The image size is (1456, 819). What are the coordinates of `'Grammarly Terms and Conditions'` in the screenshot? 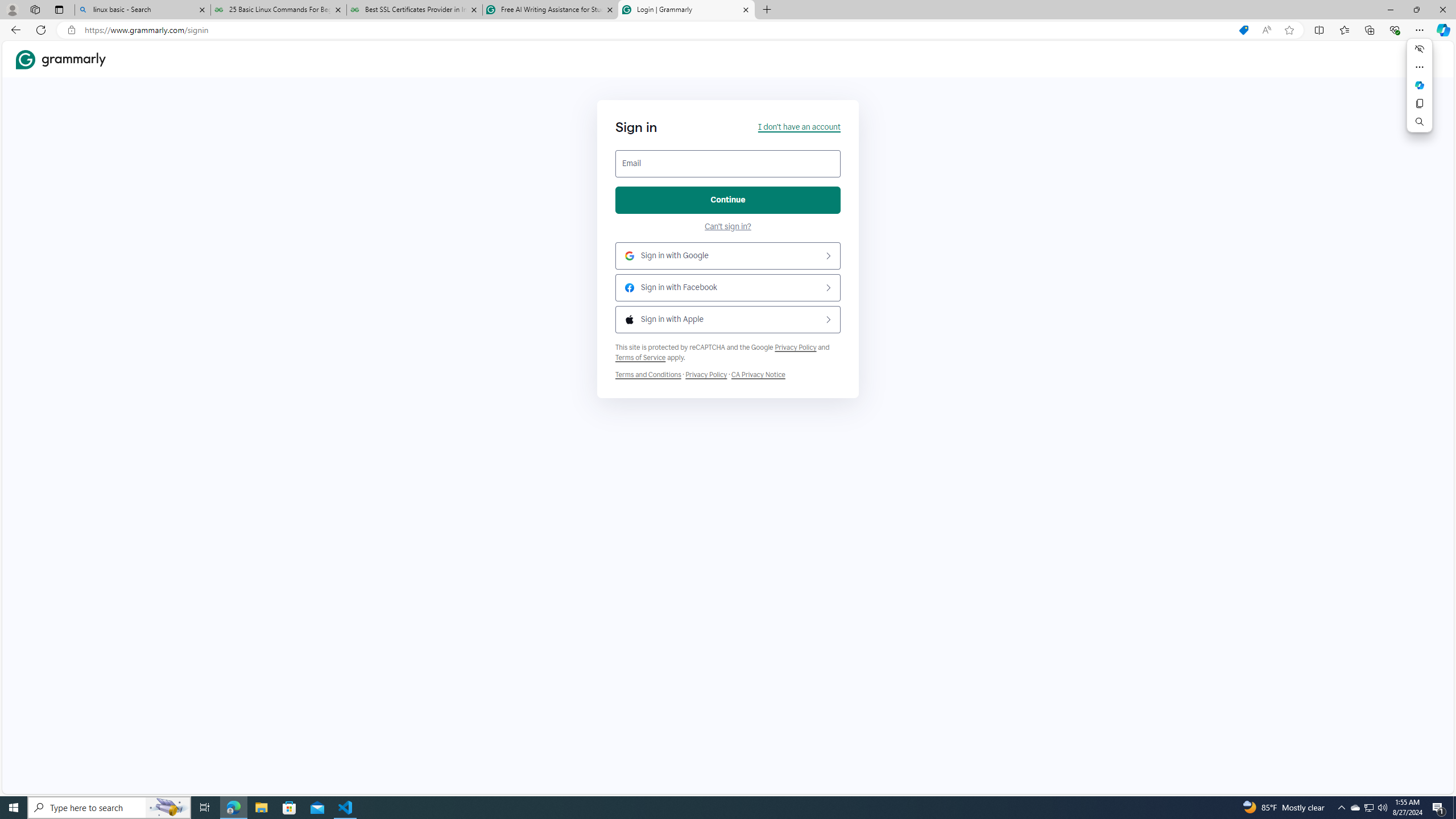 It's located at (648, 374).